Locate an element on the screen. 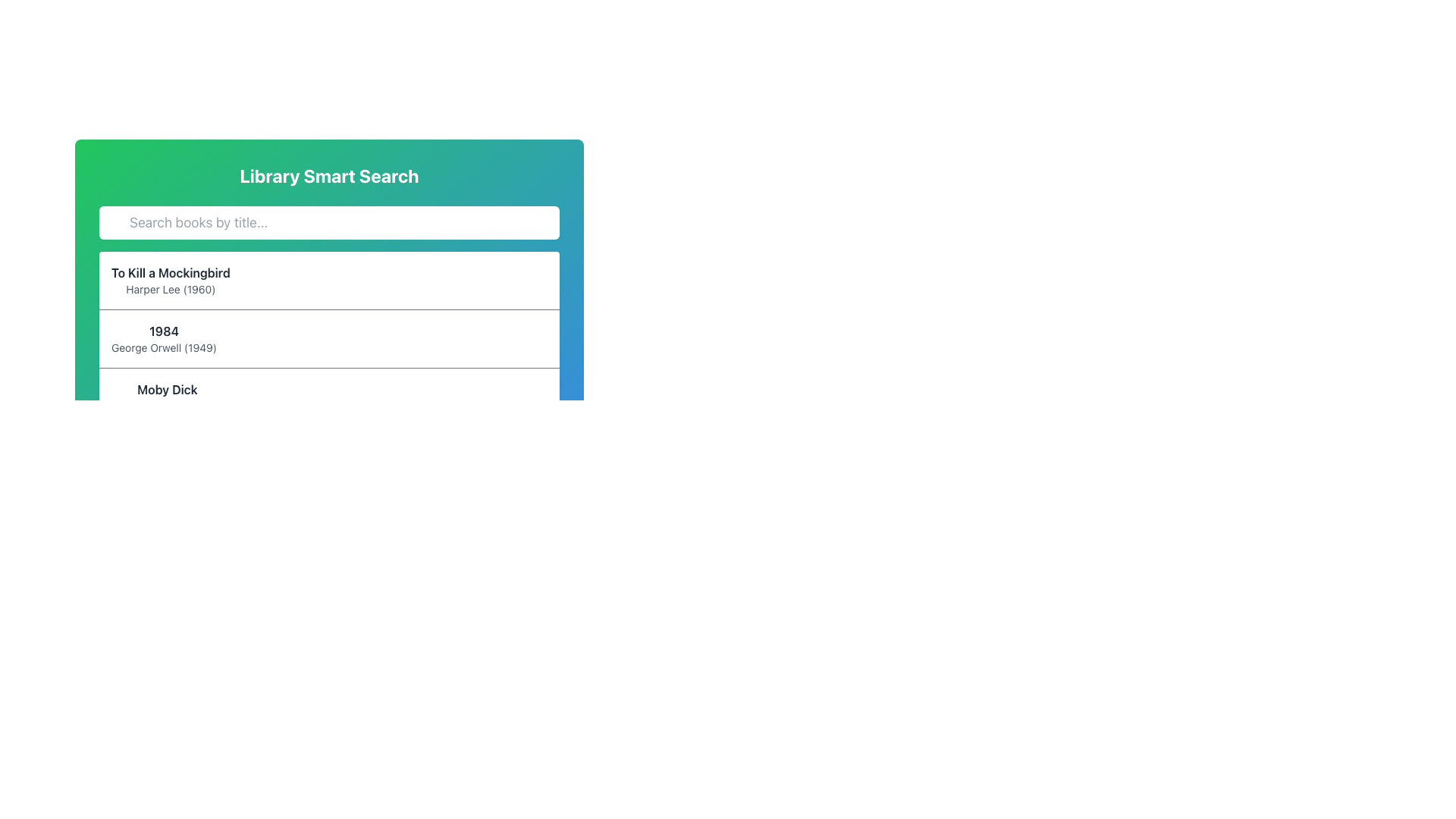 The image size is (1456, 819). the text display for the book '1984' by George Orwell is located at coordinates (164, 338).